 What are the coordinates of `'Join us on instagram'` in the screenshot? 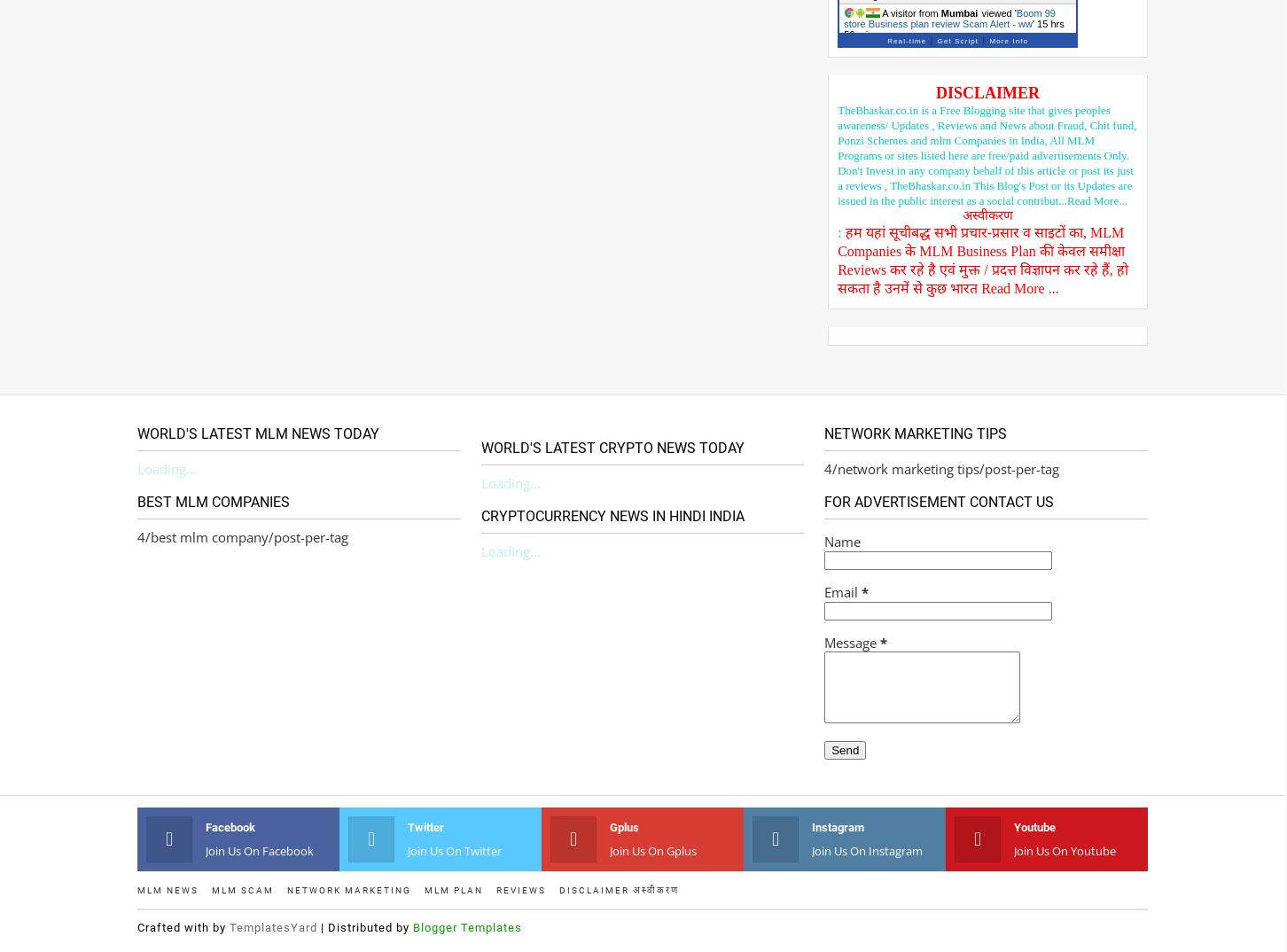 It's located at (866, 849).